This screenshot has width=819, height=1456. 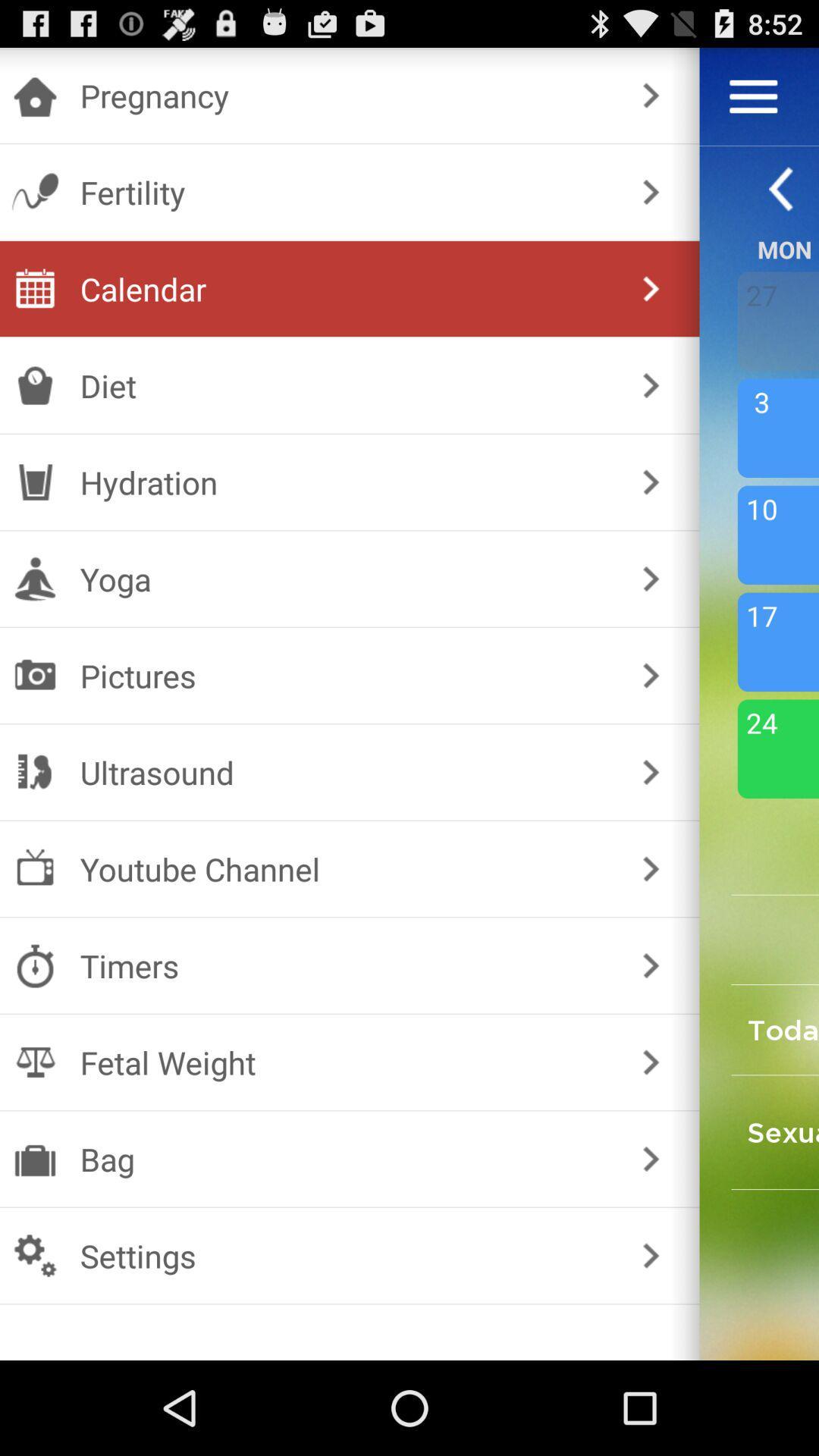 What do you see at coordinates (650, 869) in the screenshot?
I see `the item above the timers` at bounding box center [650, 869].